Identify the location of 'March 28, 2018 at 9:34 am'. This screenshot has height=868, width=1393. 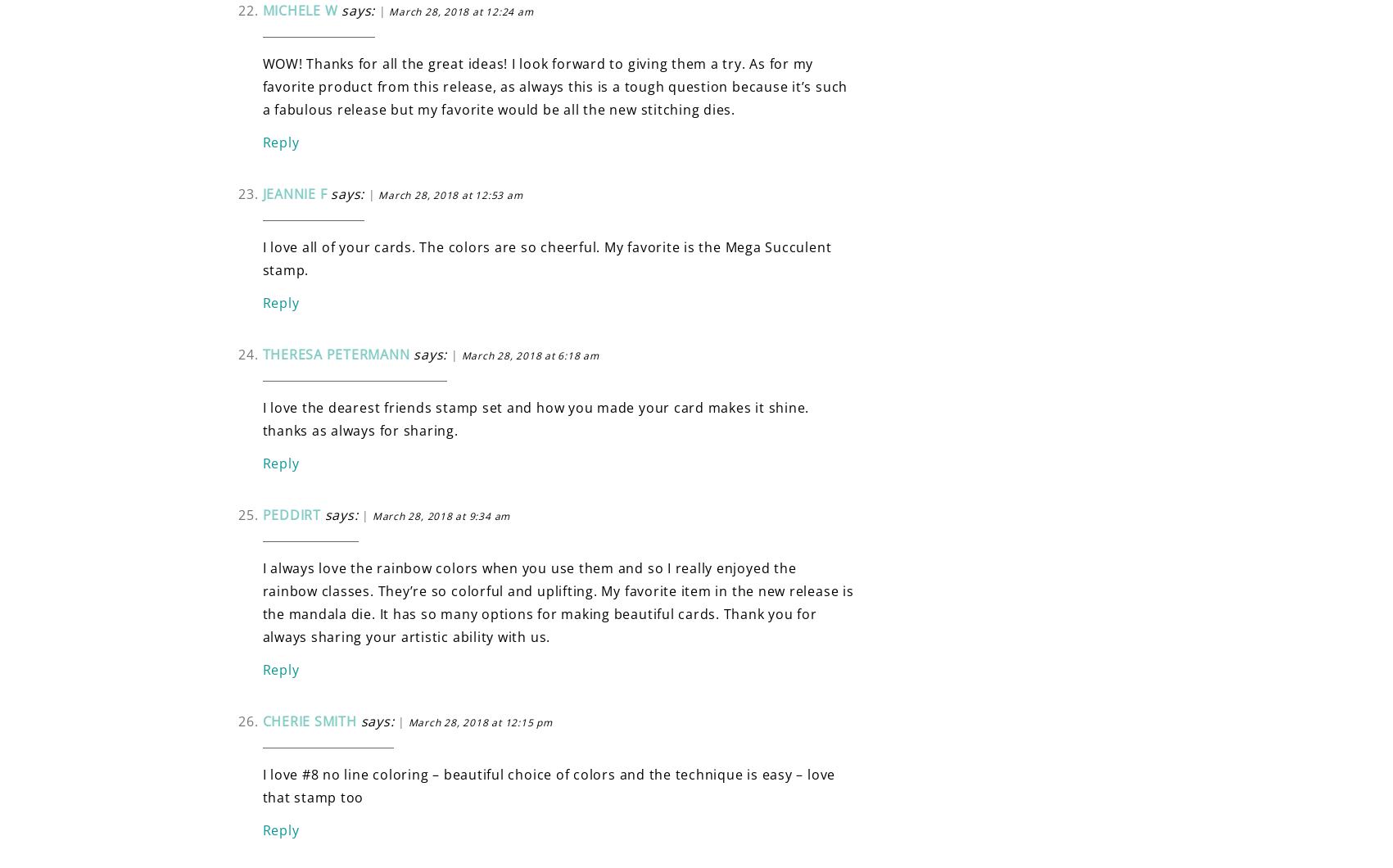
(441, 515).